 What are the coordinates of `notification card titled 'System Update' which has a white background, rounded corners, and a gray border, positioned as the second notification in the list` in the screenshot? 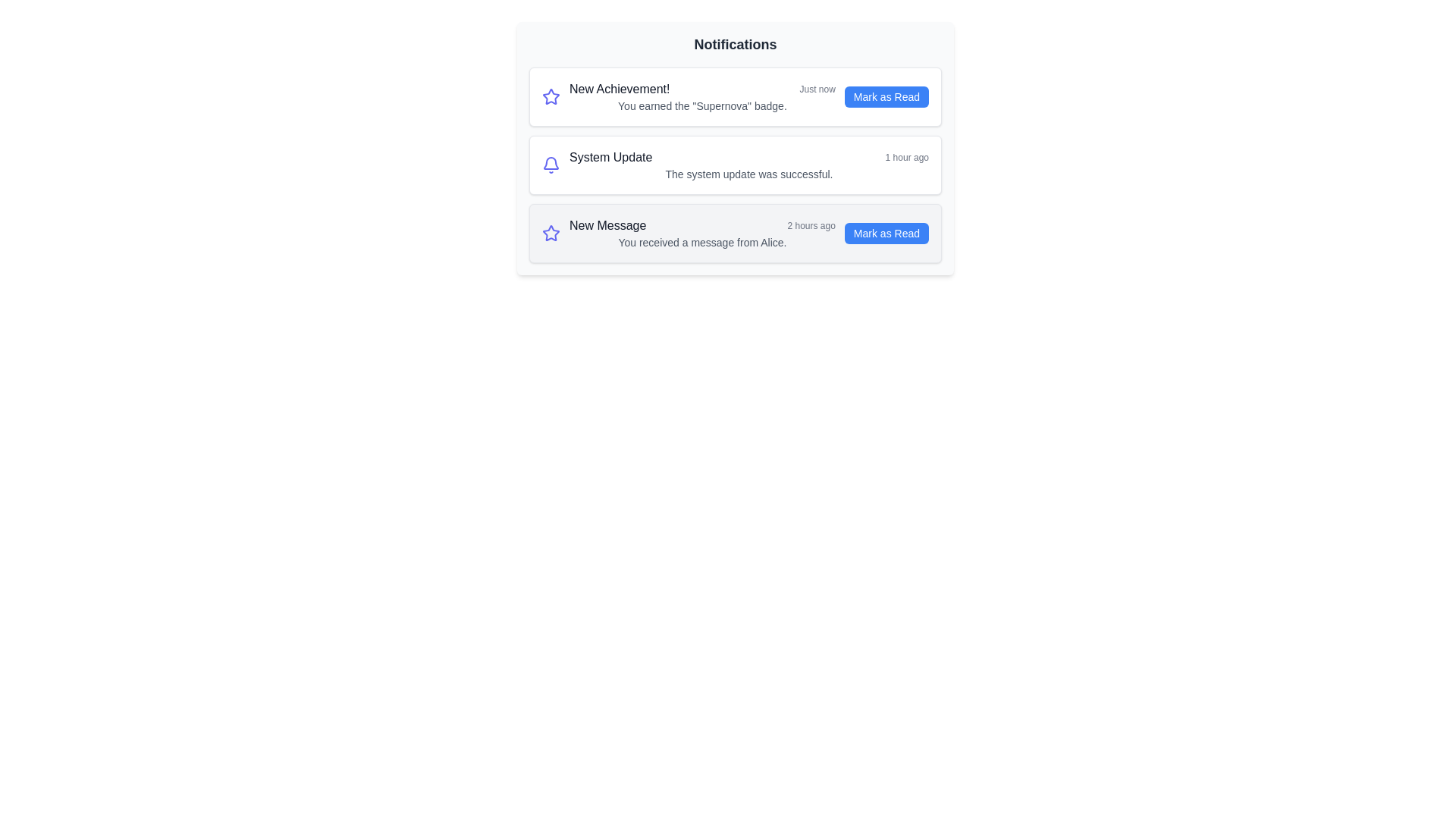 It's located at (735, 165).